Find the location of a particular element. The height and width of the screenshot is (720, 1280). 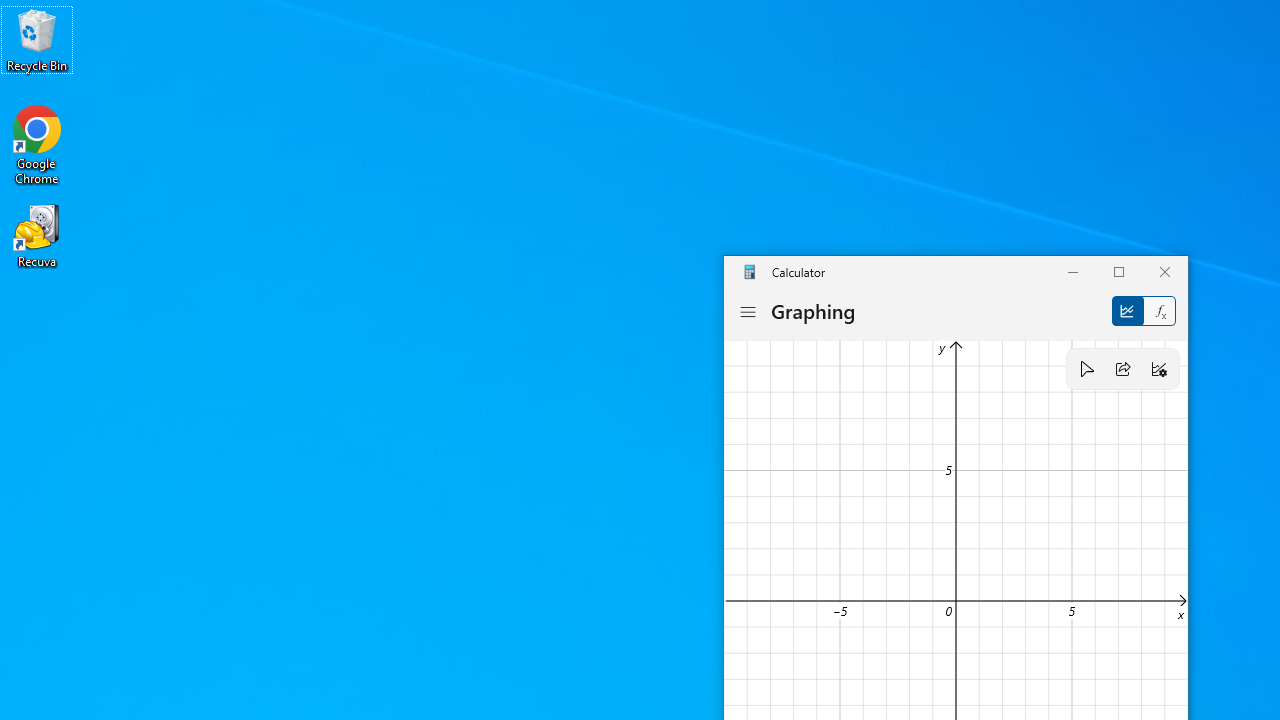

'Recuva' is located at coordinates (37, 234).